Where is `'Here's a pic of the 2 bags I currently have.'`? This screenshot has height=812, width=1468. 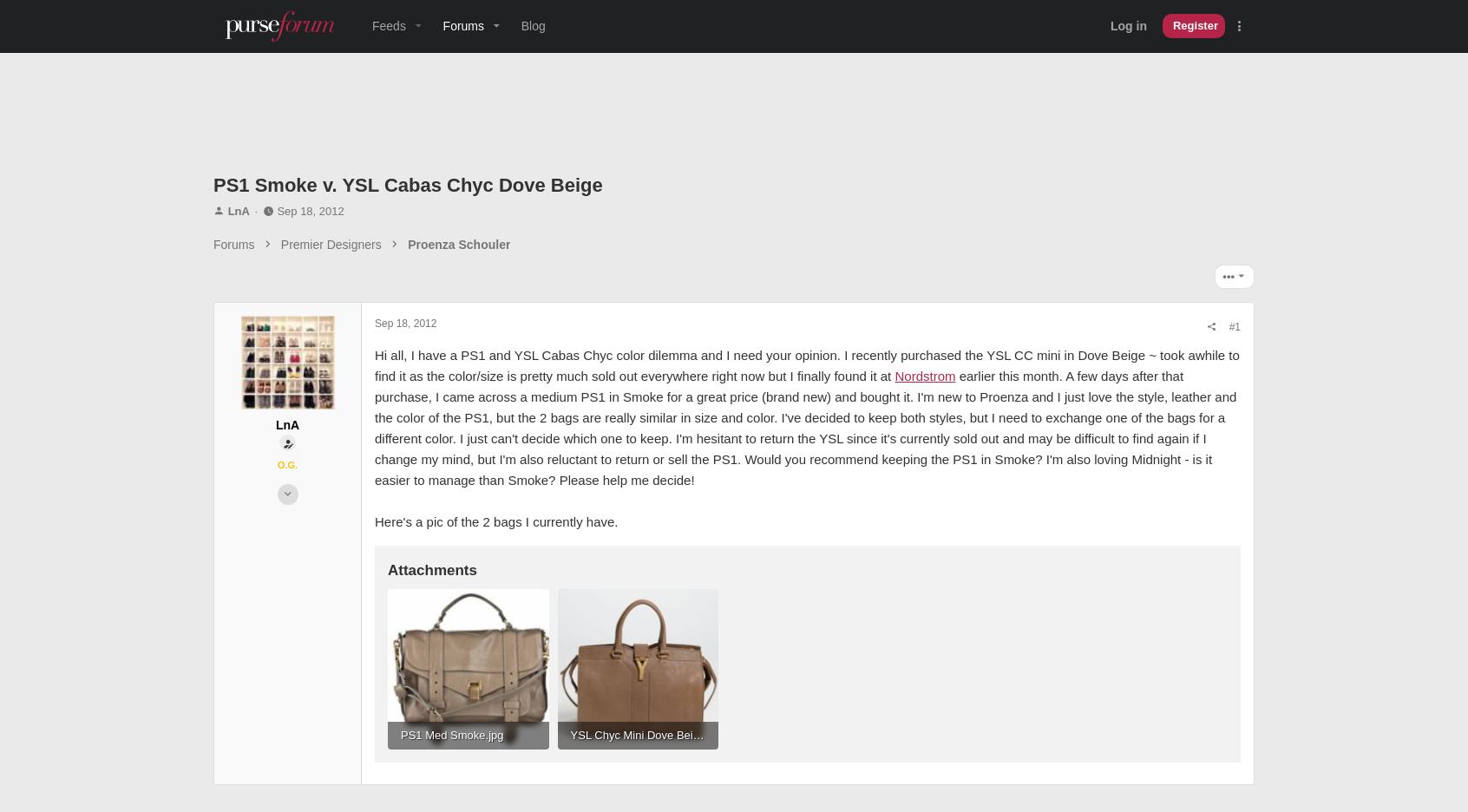 'Here's a pic of the 2 bags I currently have.' is located at coordinates (495, 583).